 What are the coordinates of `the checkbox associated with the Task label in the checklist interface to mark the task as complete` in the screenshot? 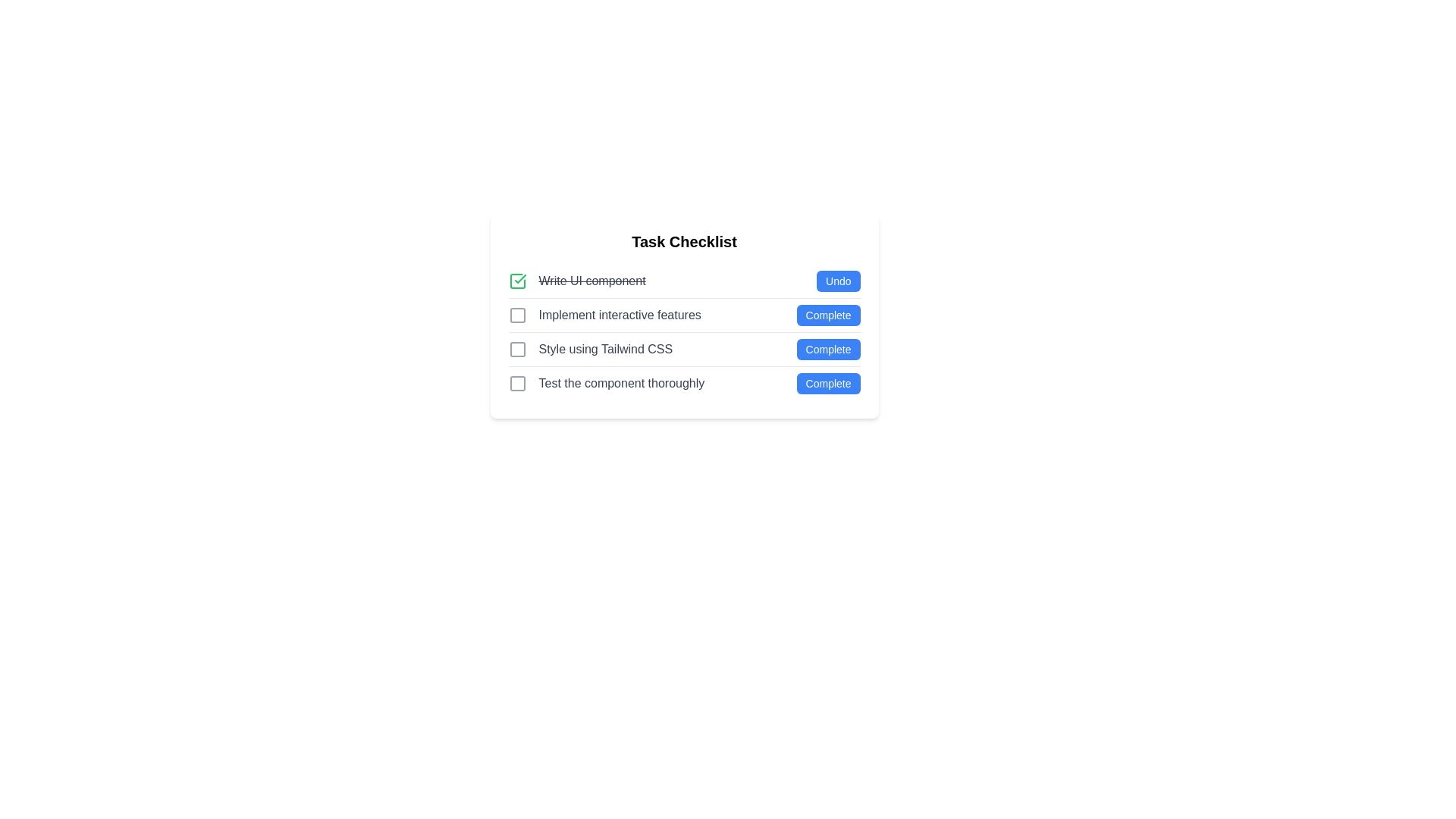 It's located at (605, 382).